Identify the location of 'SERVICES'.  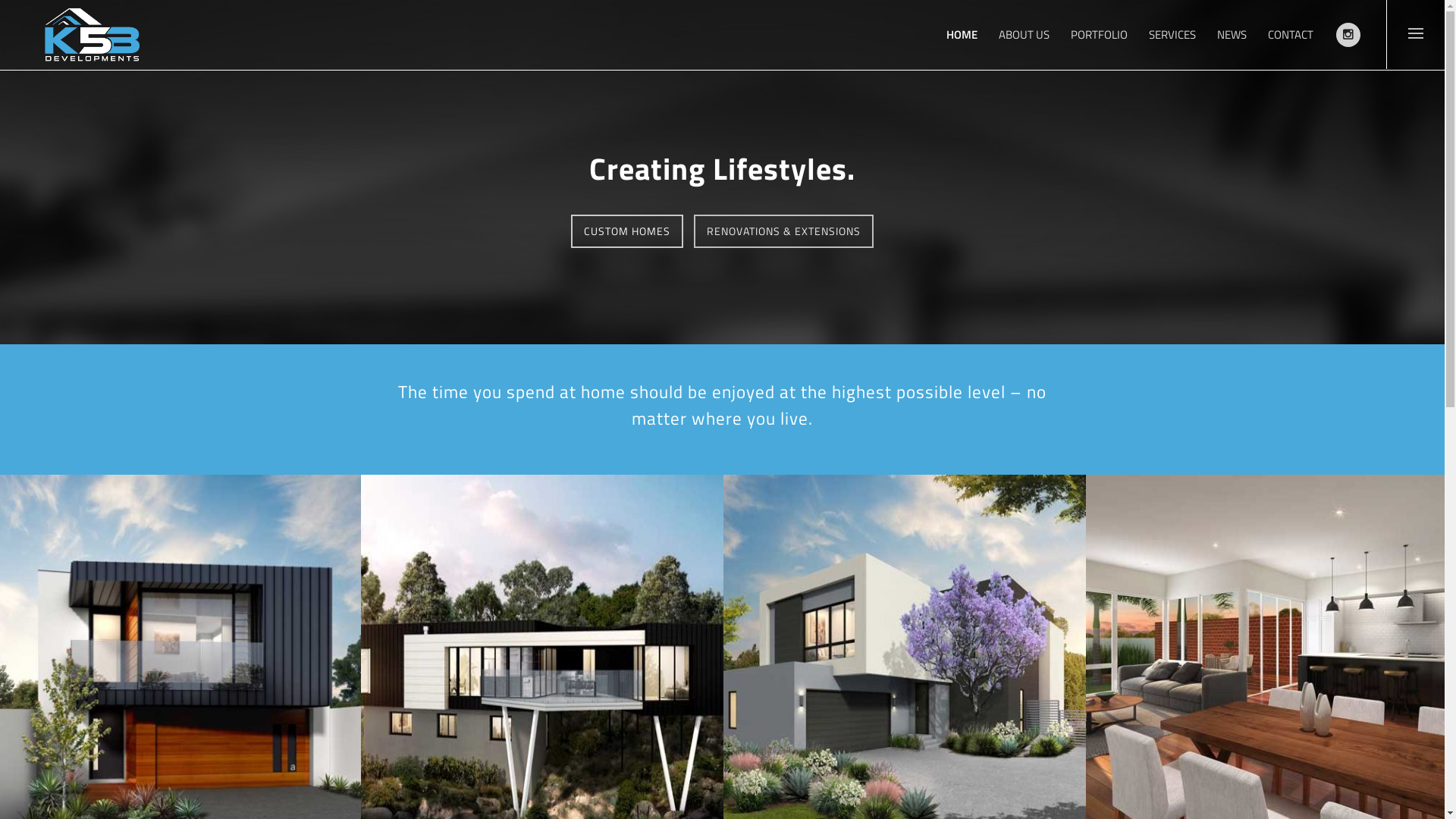
(1171, 34).